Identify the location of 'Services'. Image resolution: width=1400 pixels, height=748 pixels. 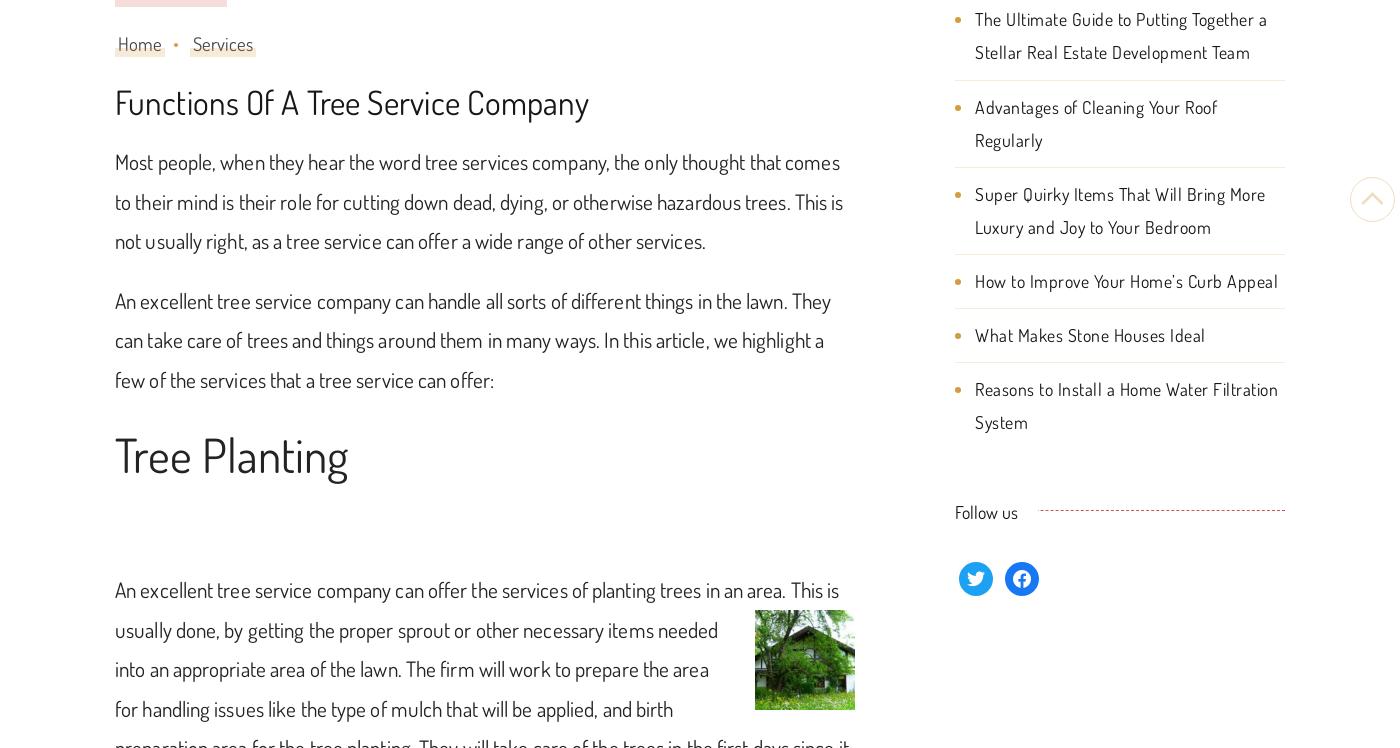
(221, 43).